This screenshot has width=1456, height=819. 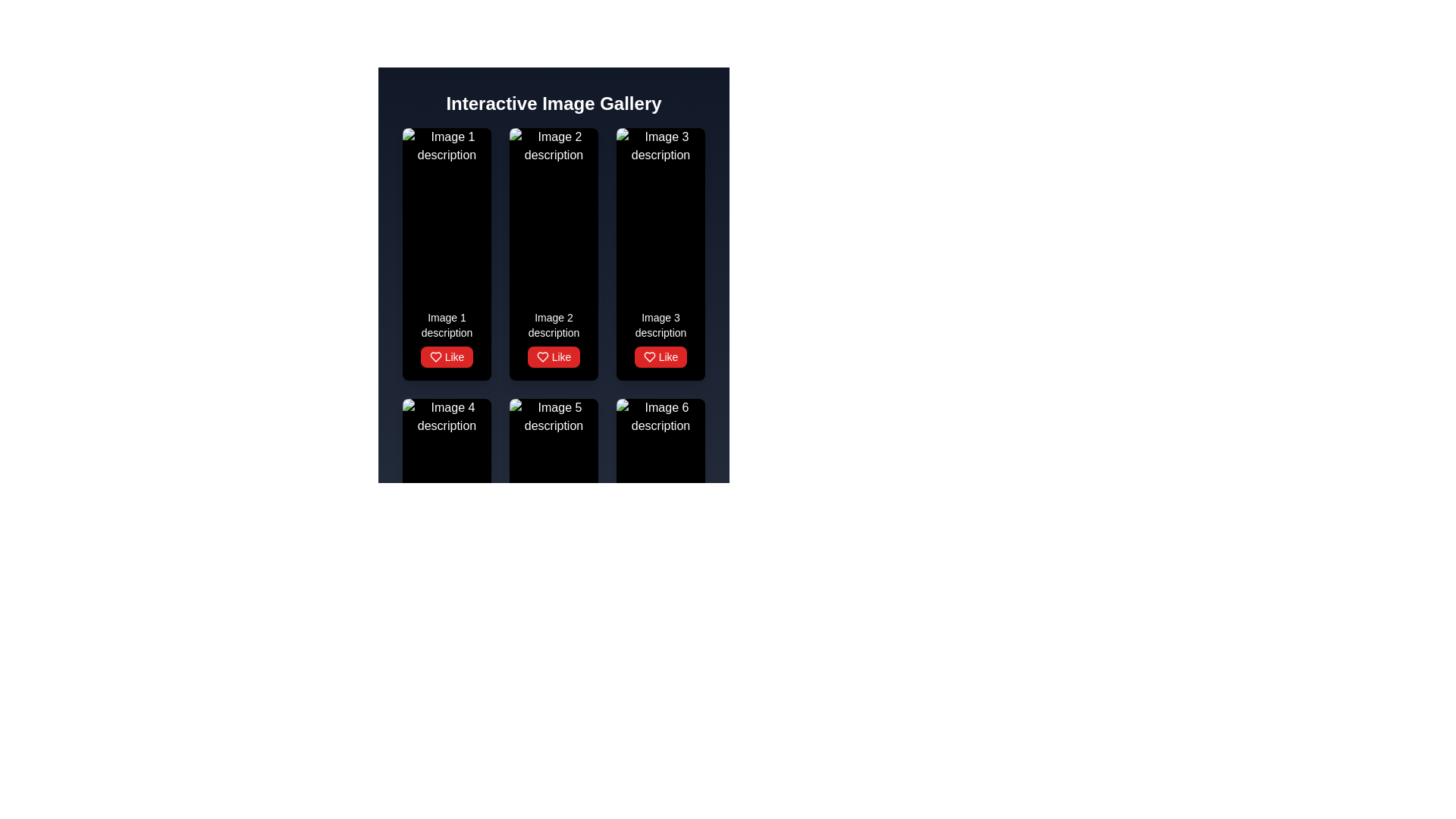 What do you see at coordinates (446, 356) in the screenshot?
I see `the like button located below 'Image 1 description'` at bounding box center [446, 356].